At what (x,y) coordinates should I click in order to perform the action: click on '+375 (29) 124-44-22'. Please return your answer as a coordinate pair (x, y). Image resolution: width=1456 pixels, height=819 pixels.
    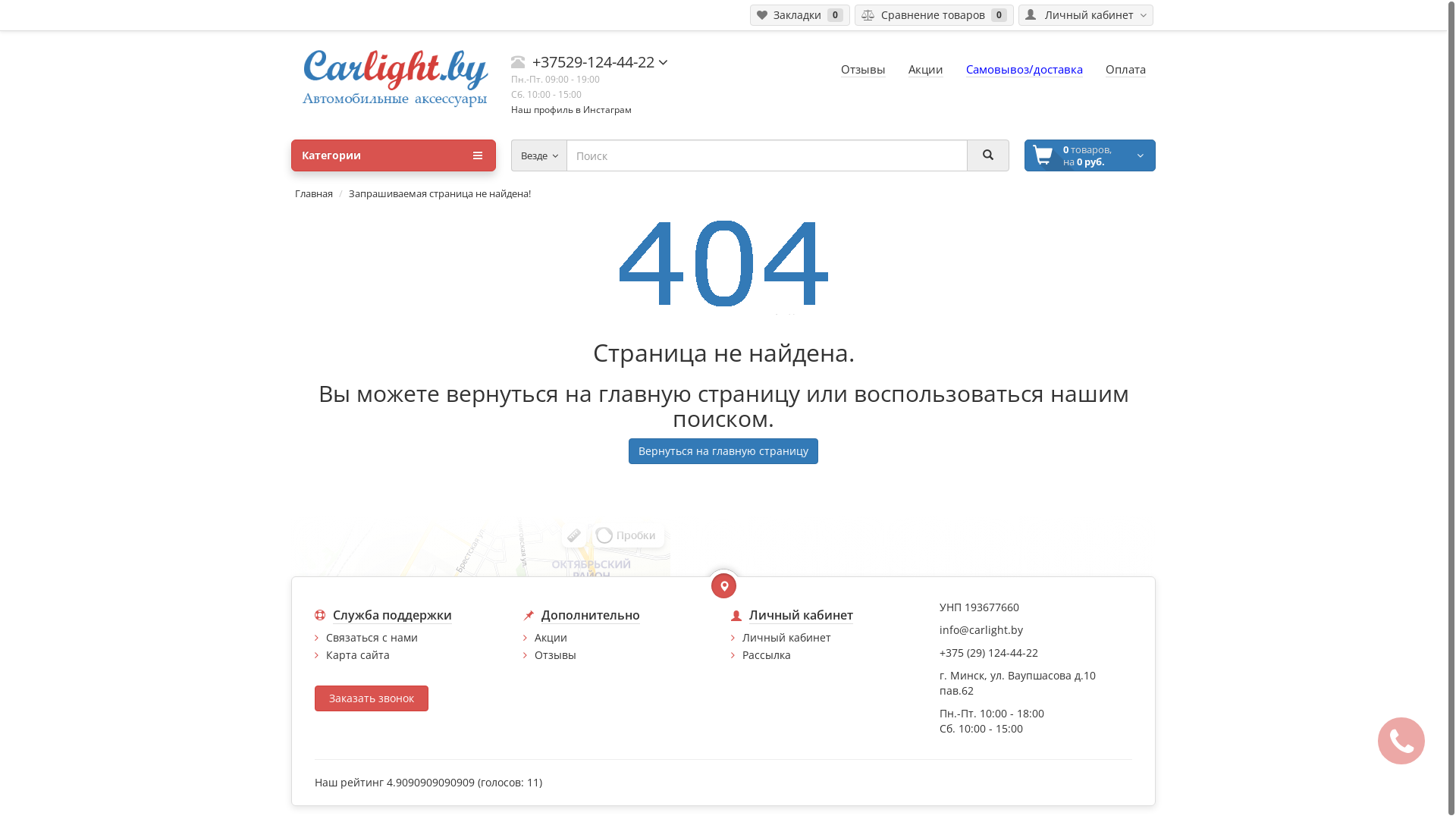
    Looking at the image, I should click on (938, 651).